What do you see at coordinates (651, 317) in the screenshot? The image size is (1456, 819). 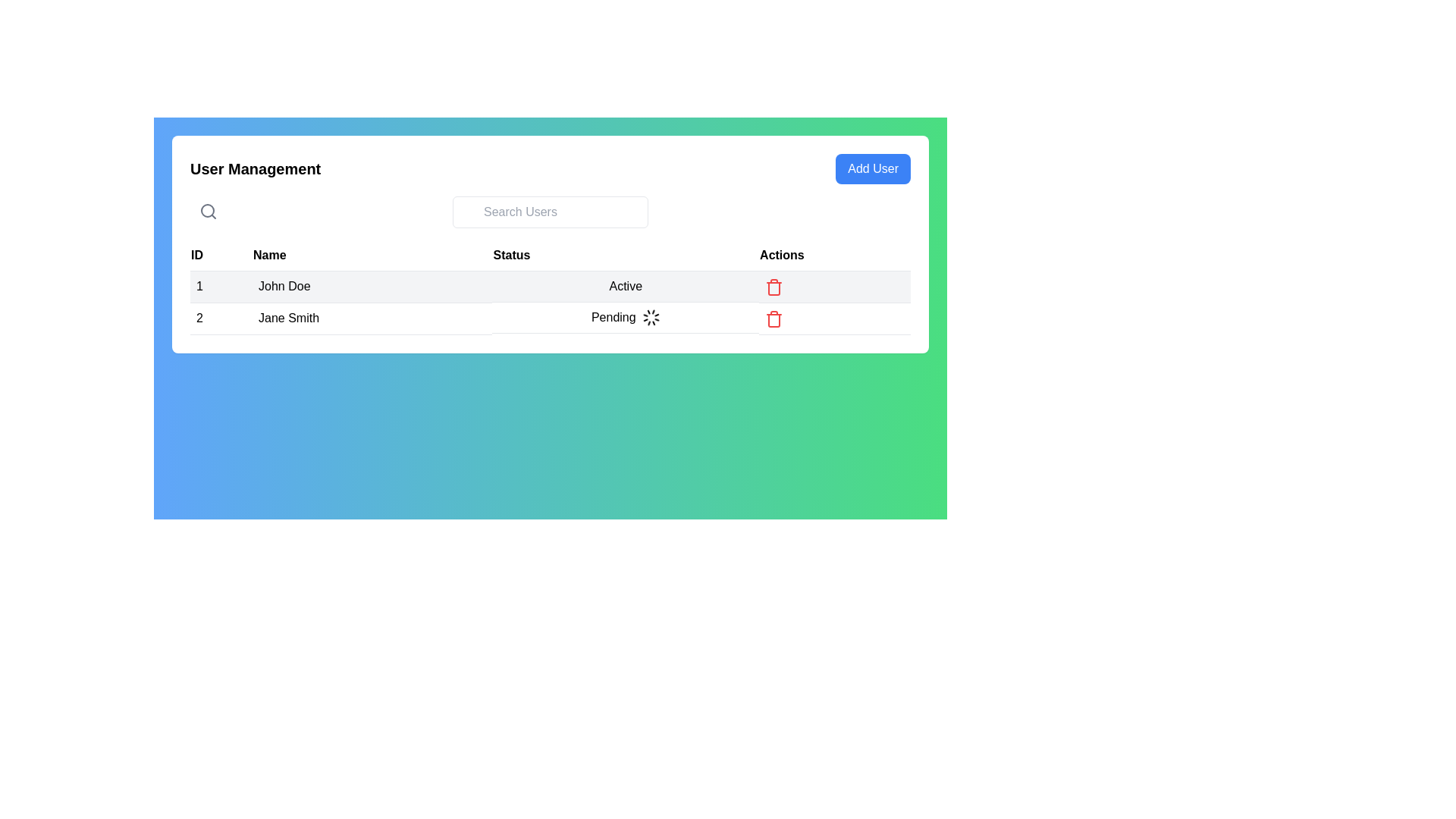 I see `the animated spinning Loader icon located in the second row of the table, next to the 'Pending' status text in the 'Status' column` at bounding box center [651, 317].